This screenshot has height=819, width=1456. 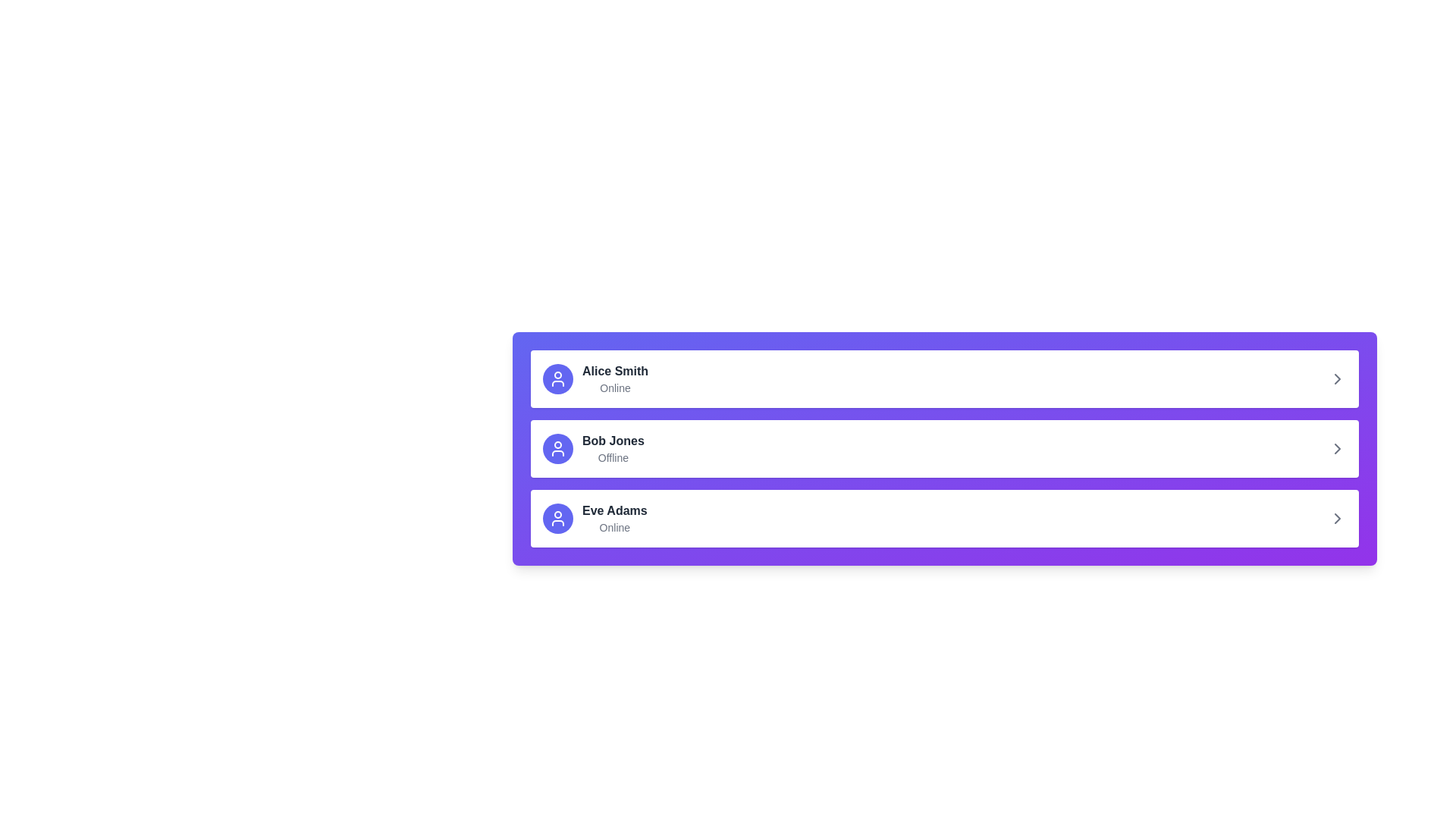 I want to click on status text indicating the online status of the user named 'Eve Adams', which is located below the user's name in the horizontal list layout, so click(x=614, y=526).